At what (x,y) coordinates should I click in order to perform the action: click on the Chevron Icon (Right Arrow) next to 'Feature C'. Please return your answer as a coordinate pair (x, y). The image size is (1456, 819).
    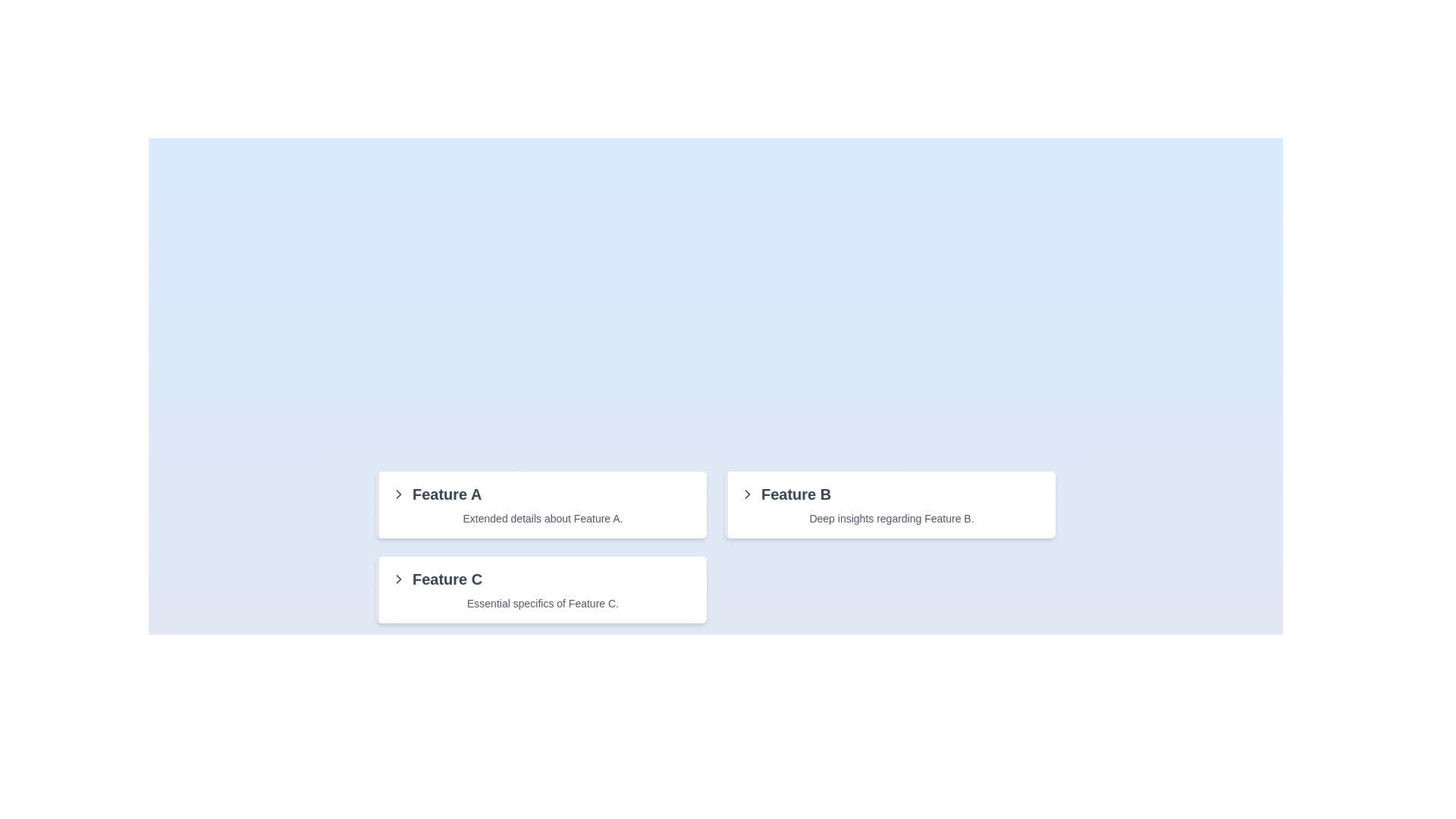
    Looking at the image, I should click on (399, 579).